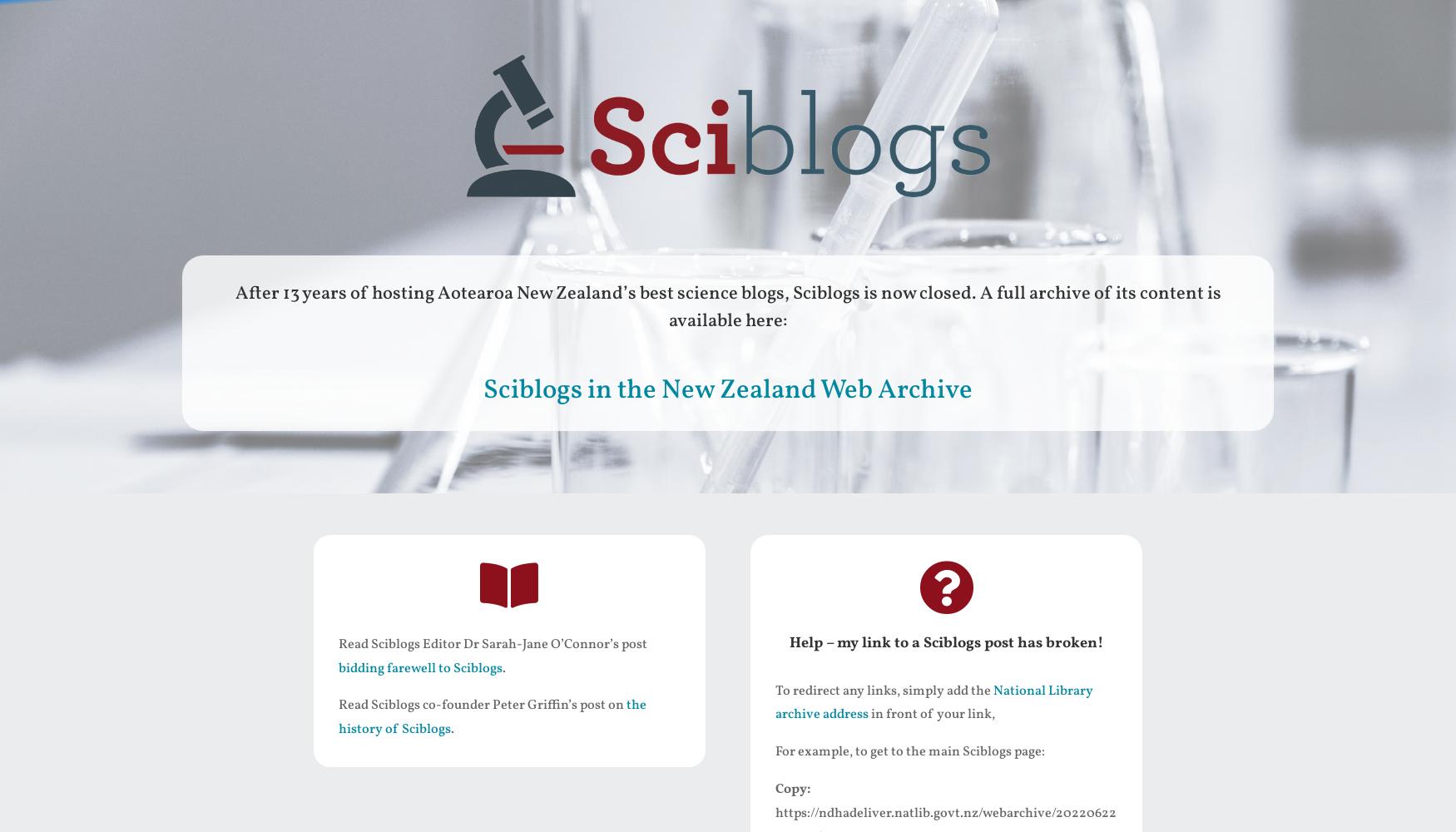  I want to click on 'Read Sciblogs Editor Dr Sarah-Jane O’Connor’s post', so click(493, 644).